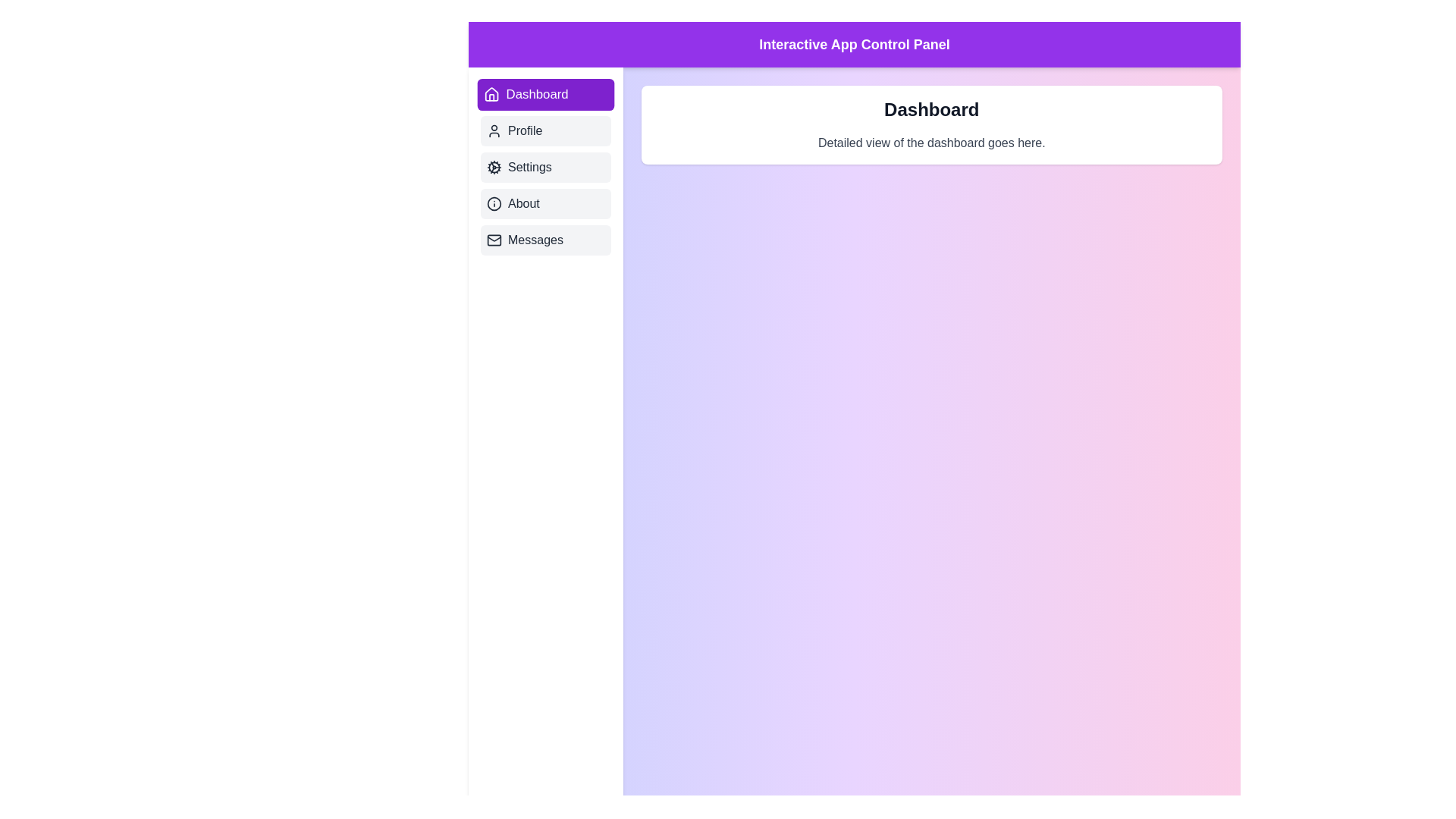 The width and height of the screenshot is (1456, 819). What do you see at coordinates (545, 167) in the screenshot?
I see `the tab labeled Settings to display its content` at bounding box center [545, 167].